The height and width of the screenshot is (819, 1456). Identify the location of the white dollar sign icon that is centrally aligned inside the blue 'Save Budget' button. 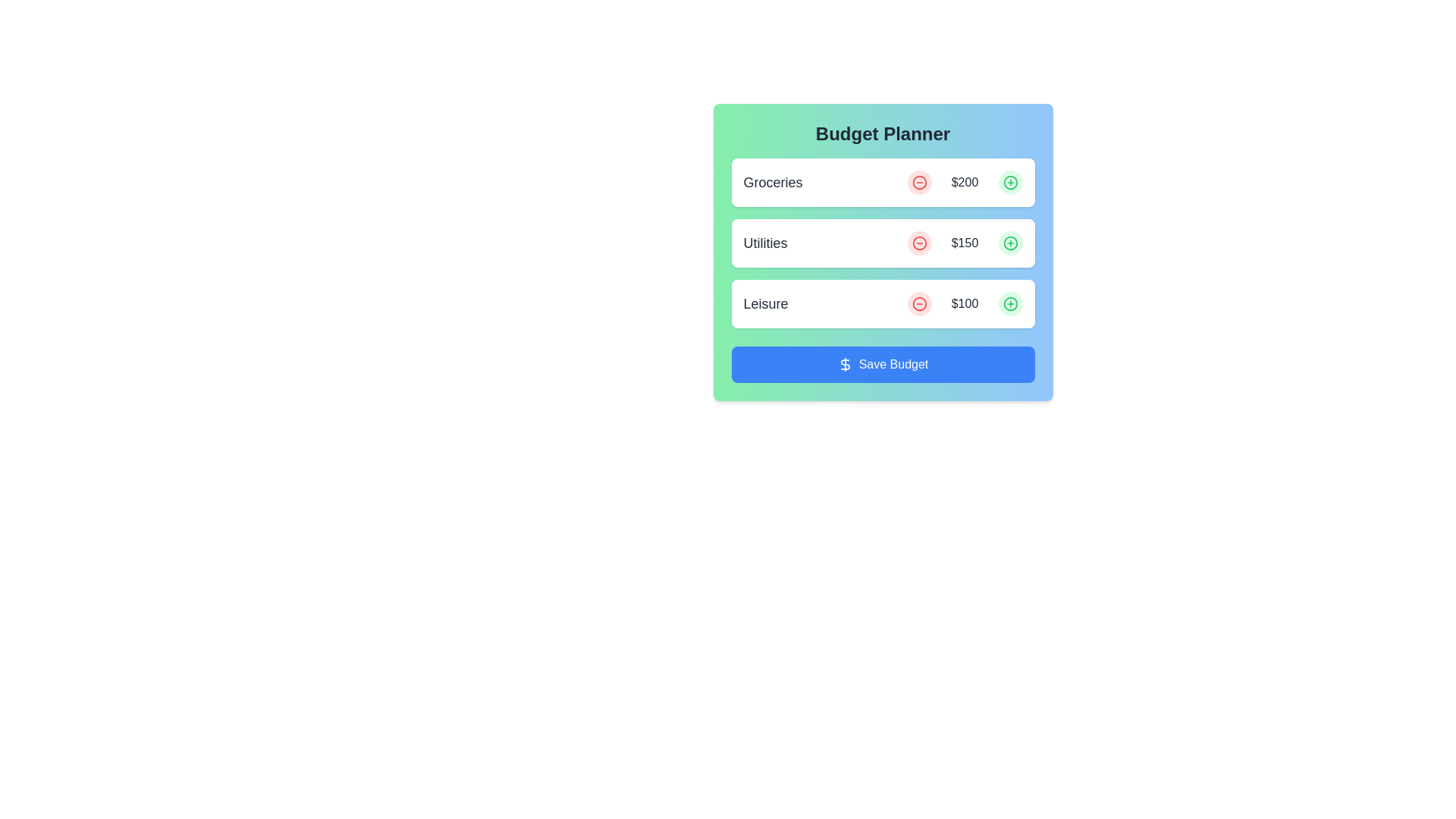
(844, 365).